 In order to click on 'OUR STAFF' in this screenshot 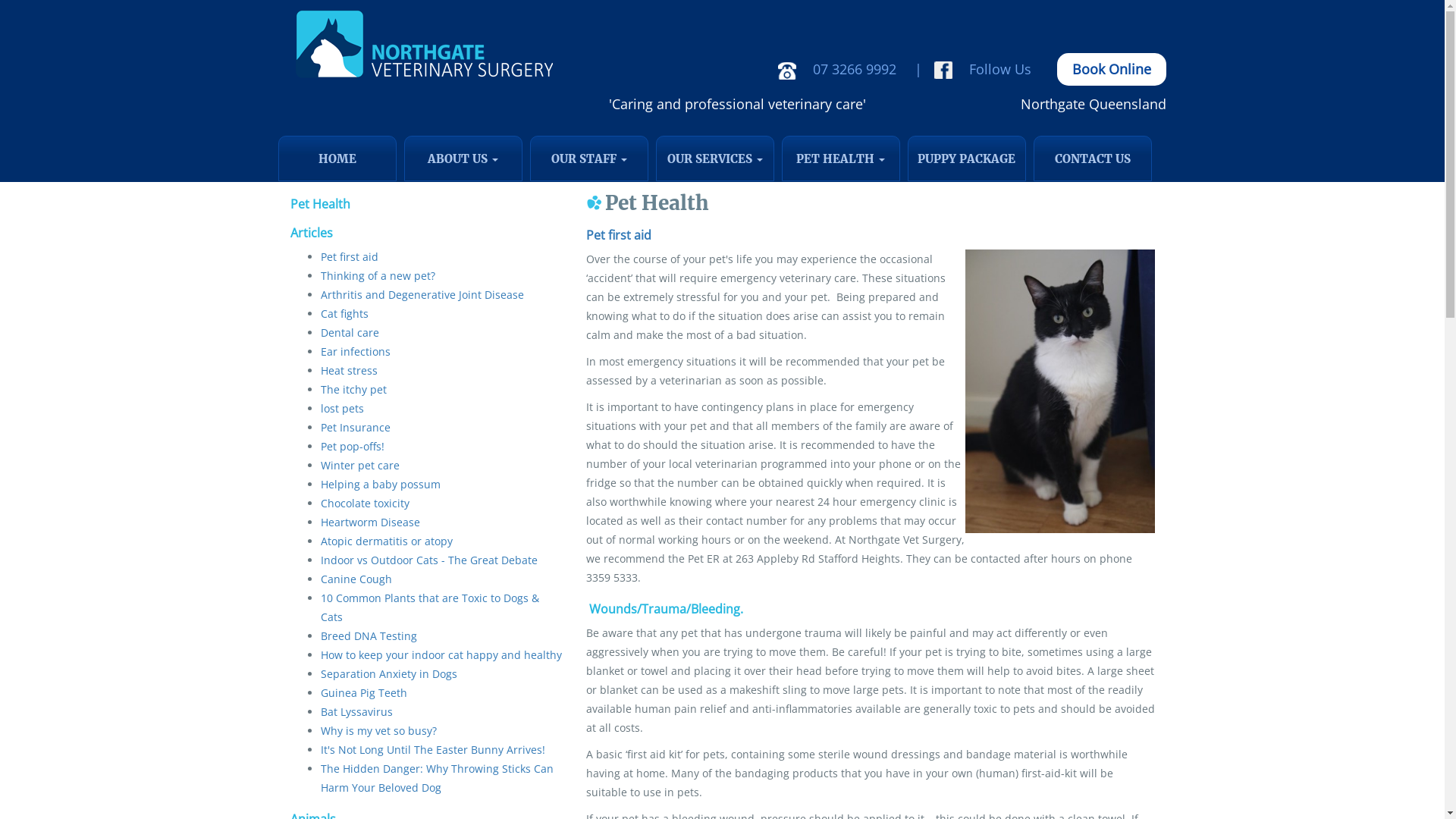, I will do `click(588, 158)`.